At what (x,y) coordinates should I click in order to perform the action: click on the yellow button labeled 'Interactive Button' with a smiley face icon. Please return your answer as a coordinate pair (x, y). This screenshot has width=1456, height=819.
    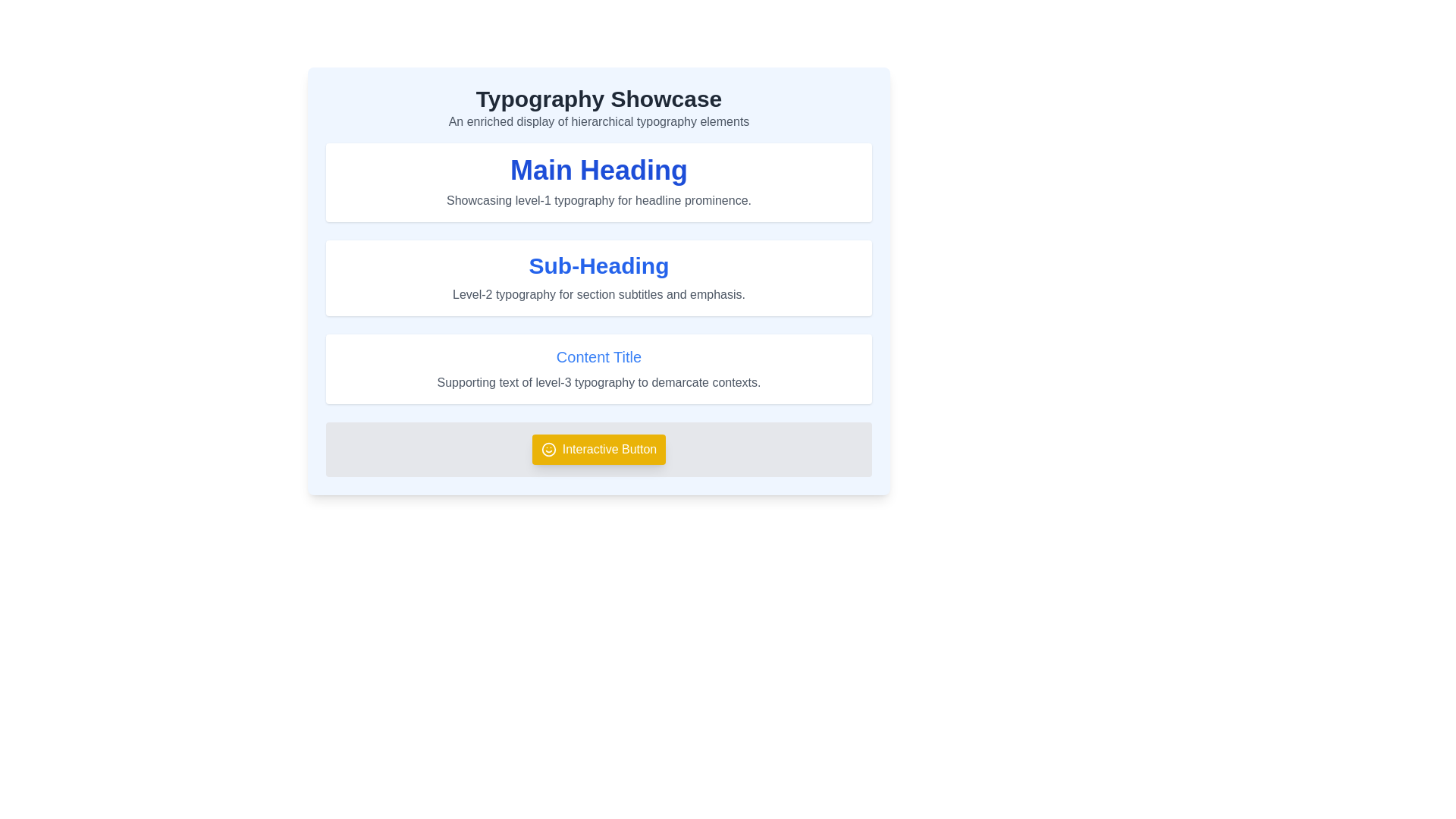
    Looking at the image, I should click on (598, 449).